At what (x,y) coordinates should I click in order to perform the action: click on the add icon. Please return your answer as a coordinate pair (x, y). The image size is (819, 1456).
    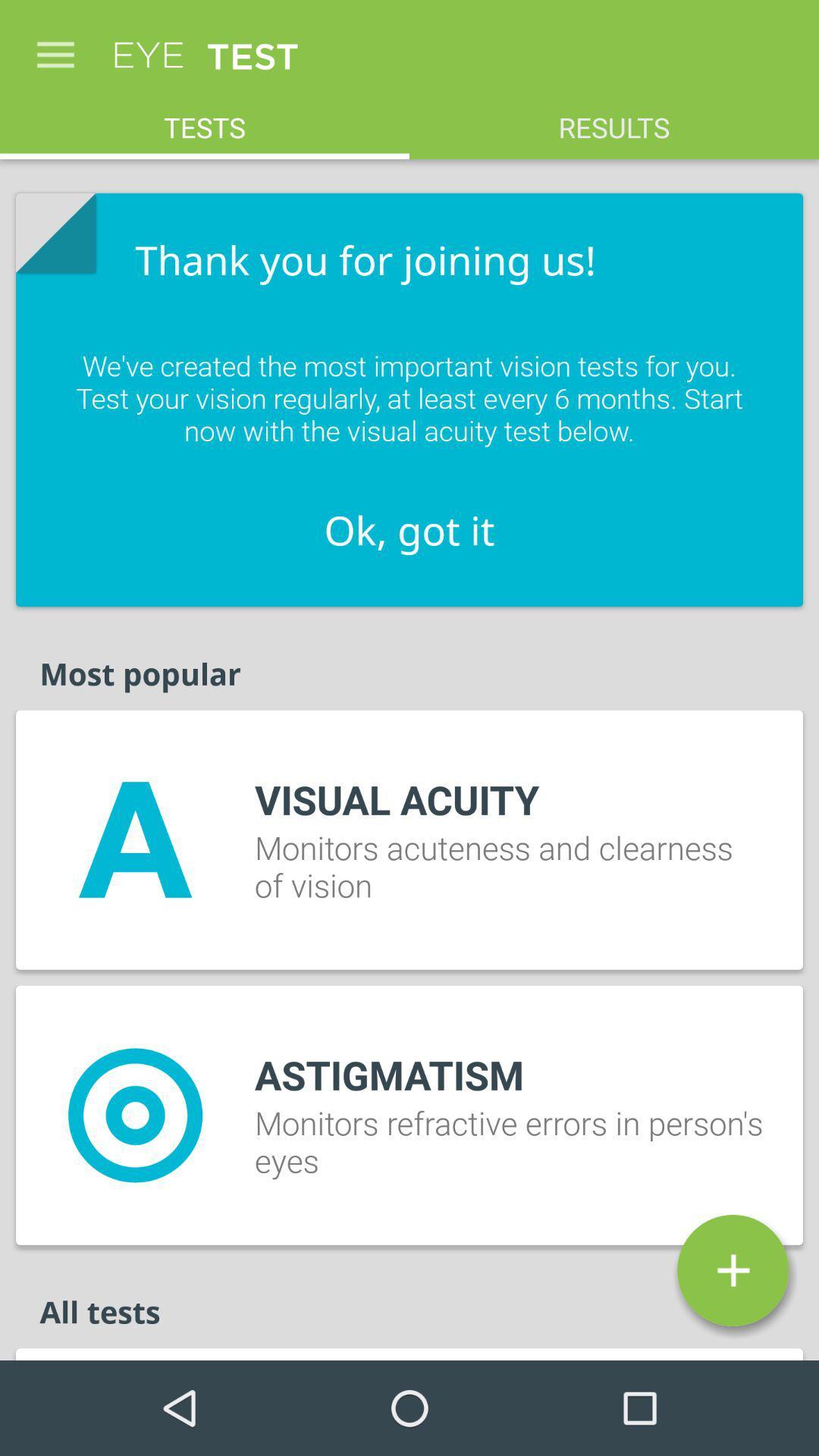
    Looking at the image, I should click on (732, 1270).